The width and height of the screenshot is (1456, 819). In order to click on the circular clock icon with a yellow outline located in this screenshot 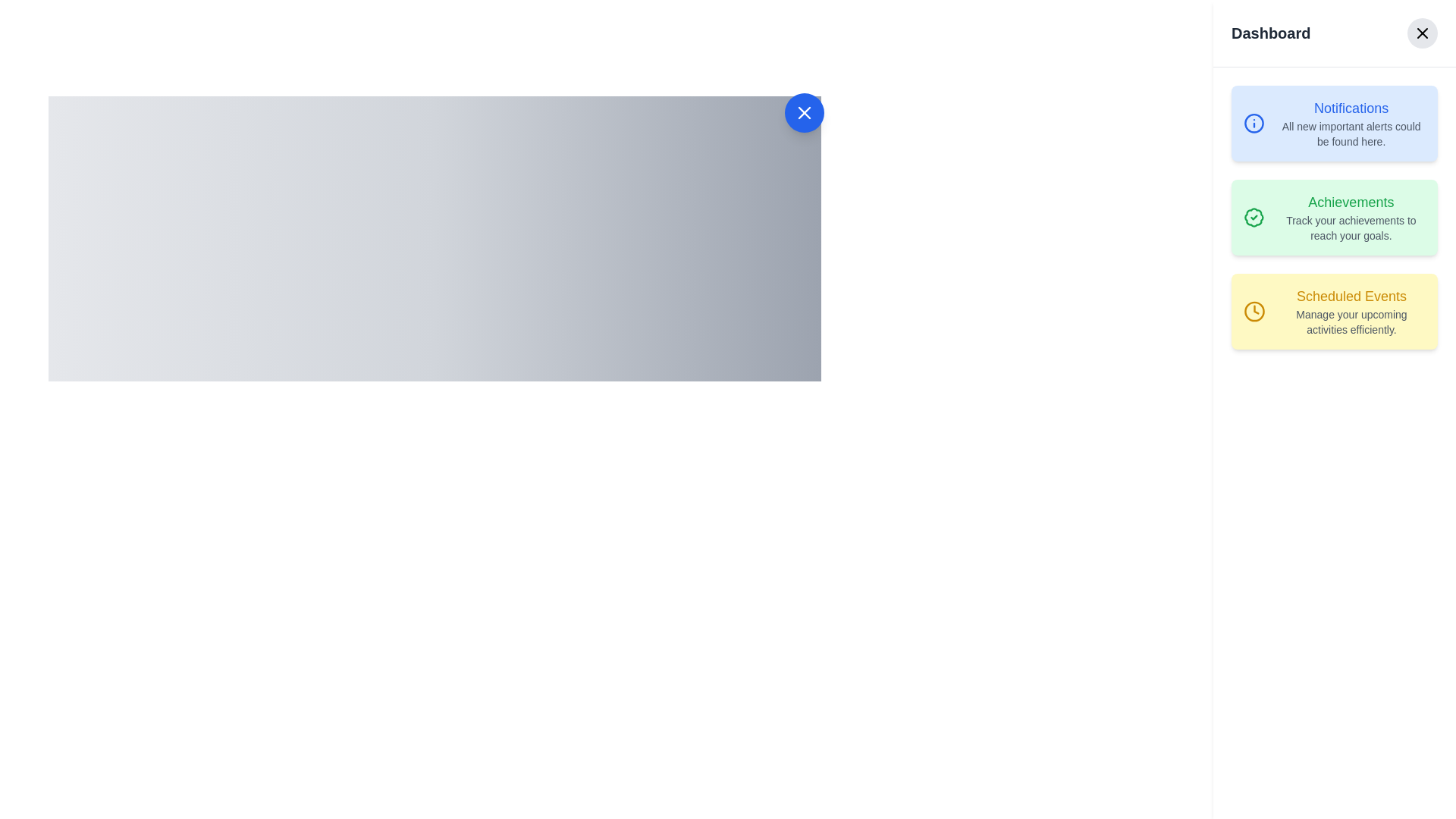, I will do `click(1254, 311)`.